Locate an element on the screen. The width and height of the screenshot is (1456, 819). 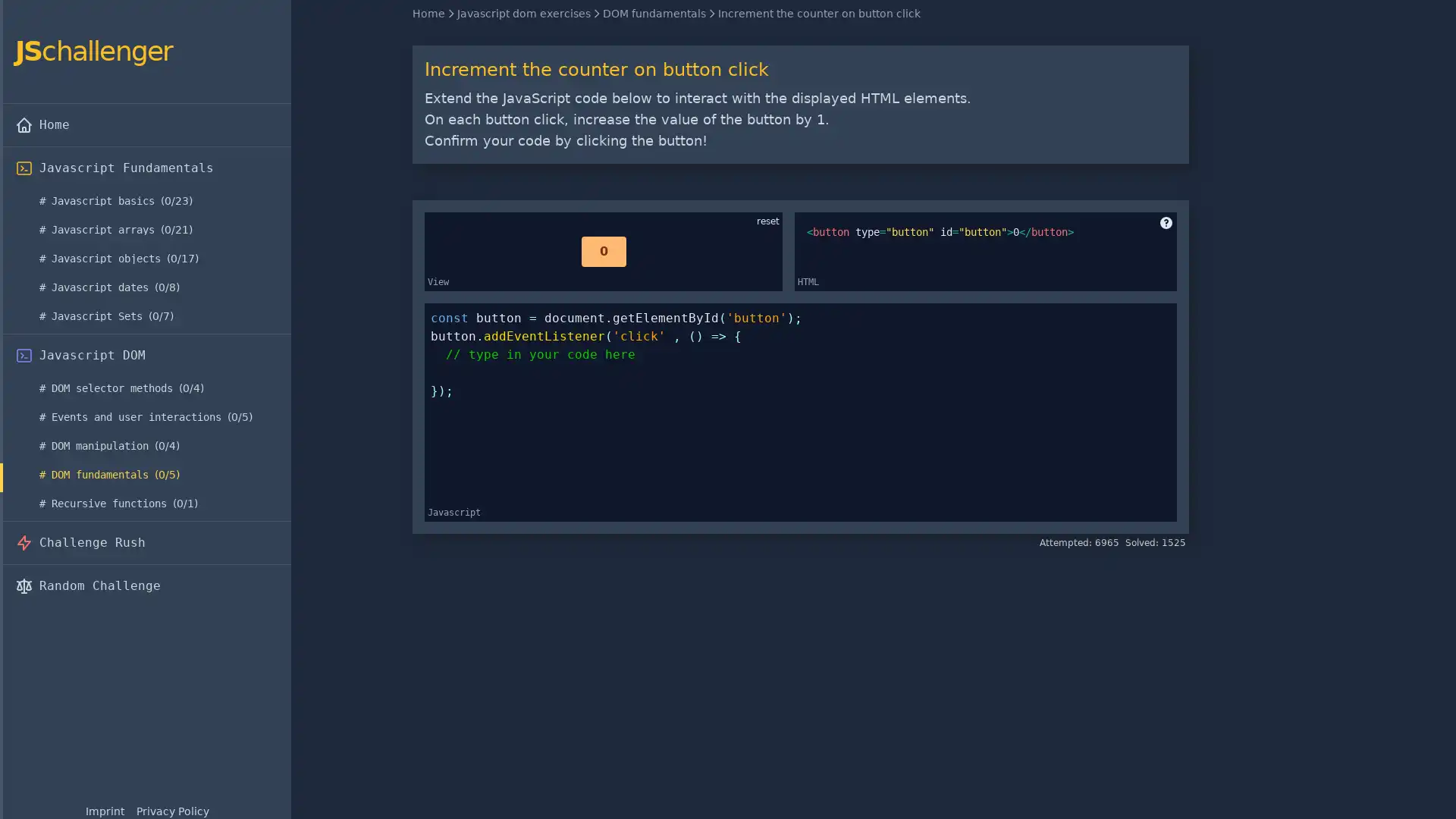
0 is located at coordinates (602, 250).